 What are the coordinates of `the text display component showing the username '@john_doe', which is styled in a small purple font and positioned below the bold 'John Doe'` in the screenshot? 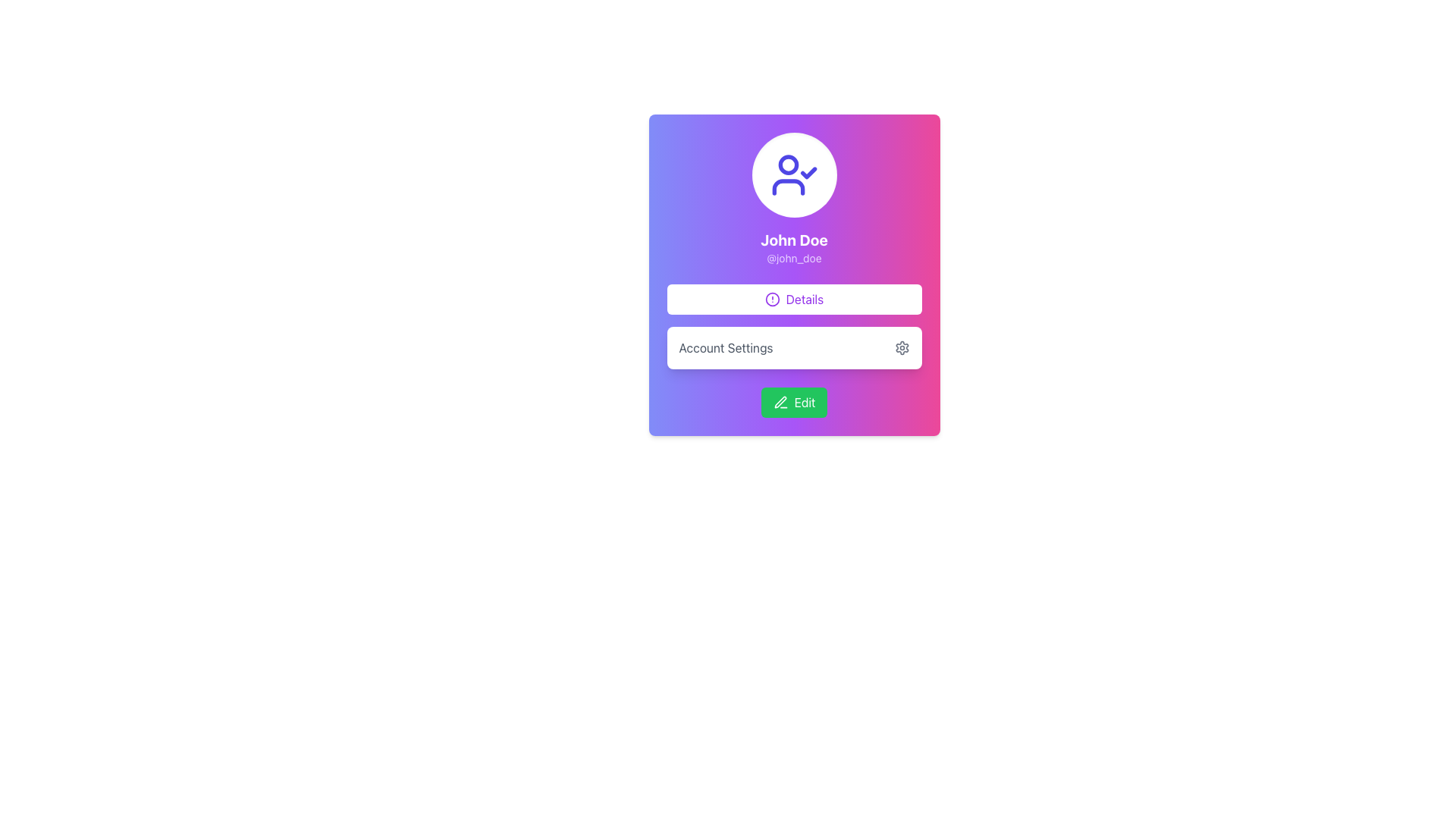 It's located at (793, 257).